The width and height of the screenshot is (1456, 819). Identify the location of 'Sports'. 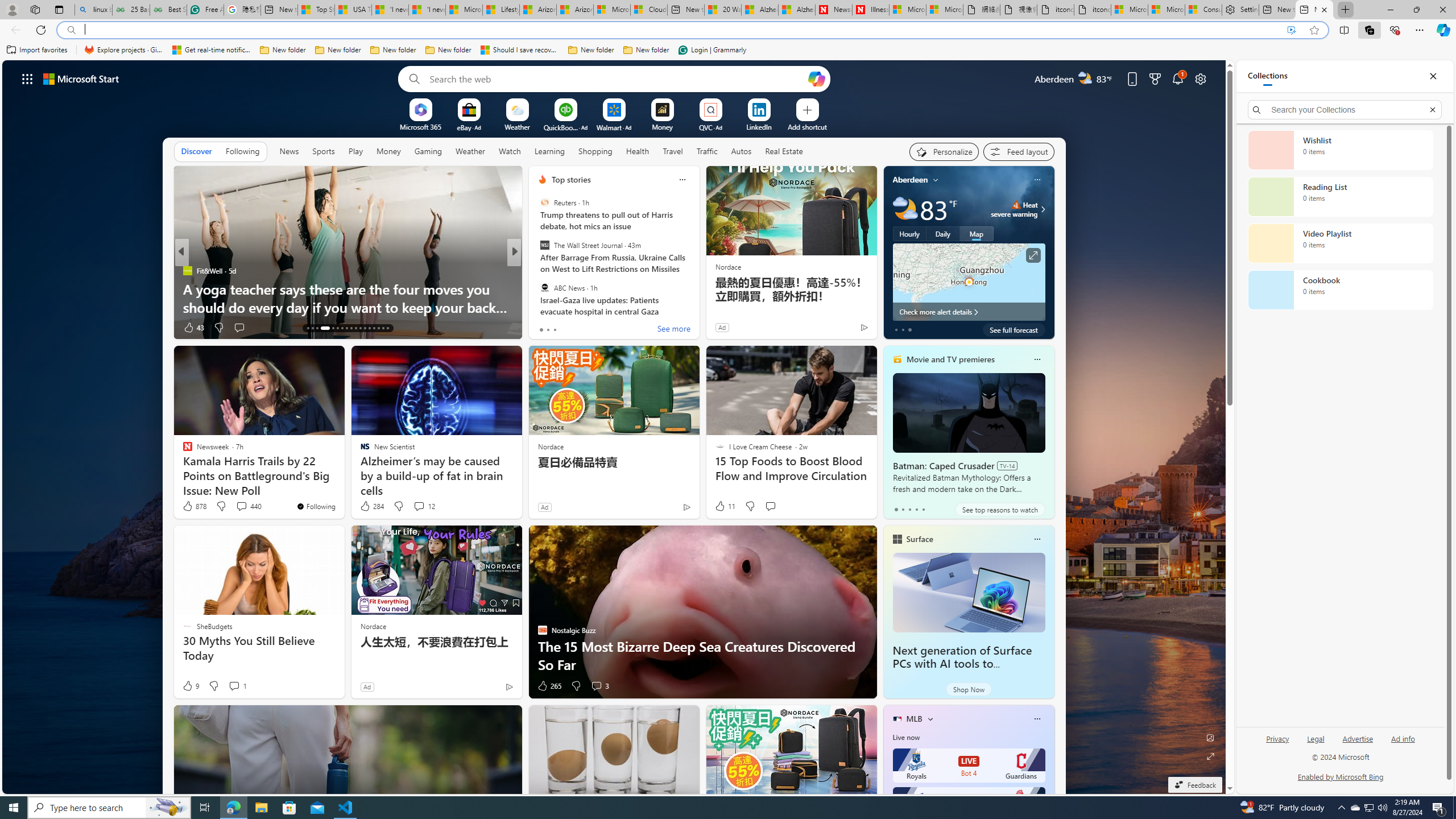
(323, 151).